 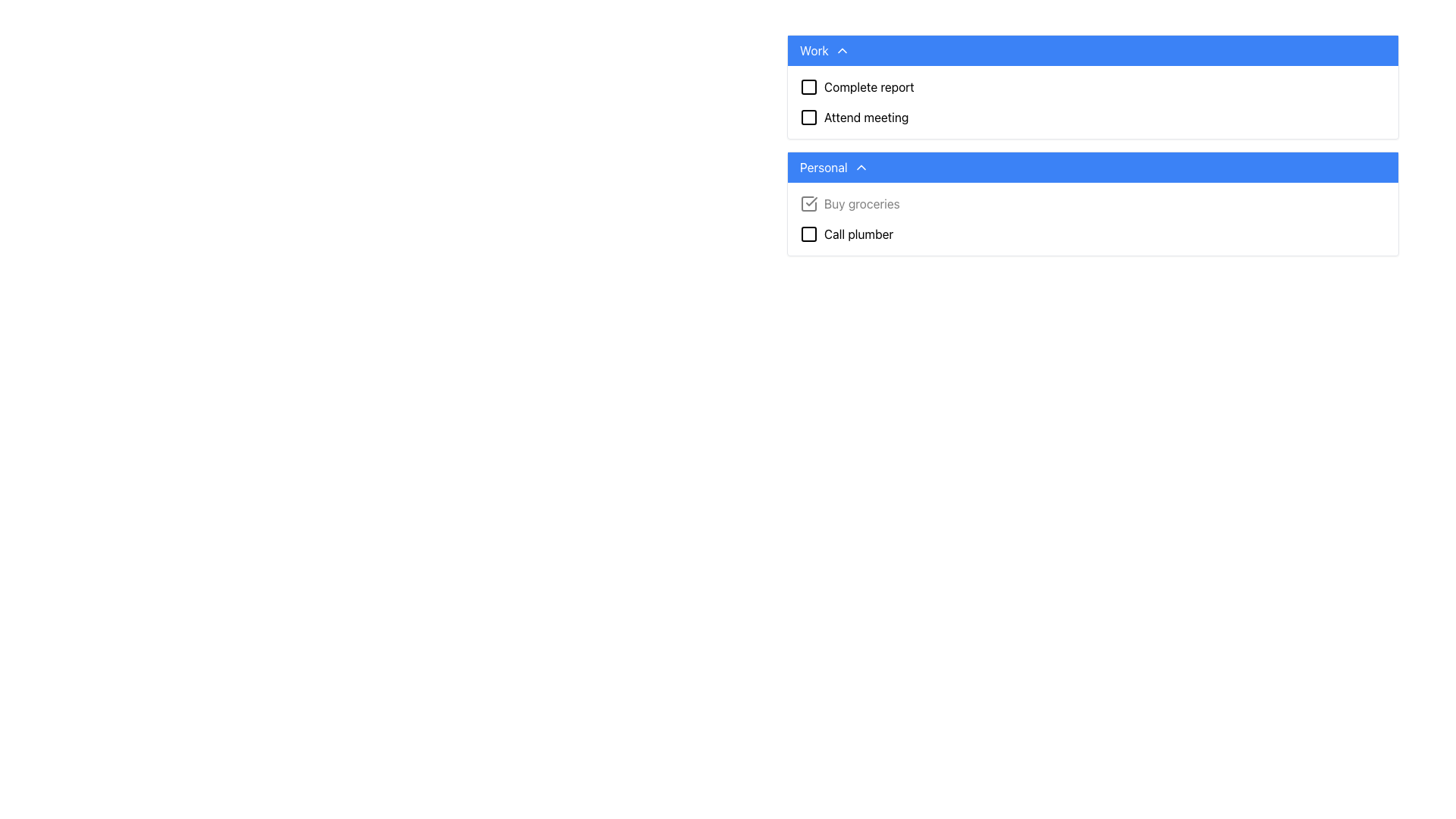 I want to click on the 'Personal' checklist tasks section, so click(x=1093, y=152).